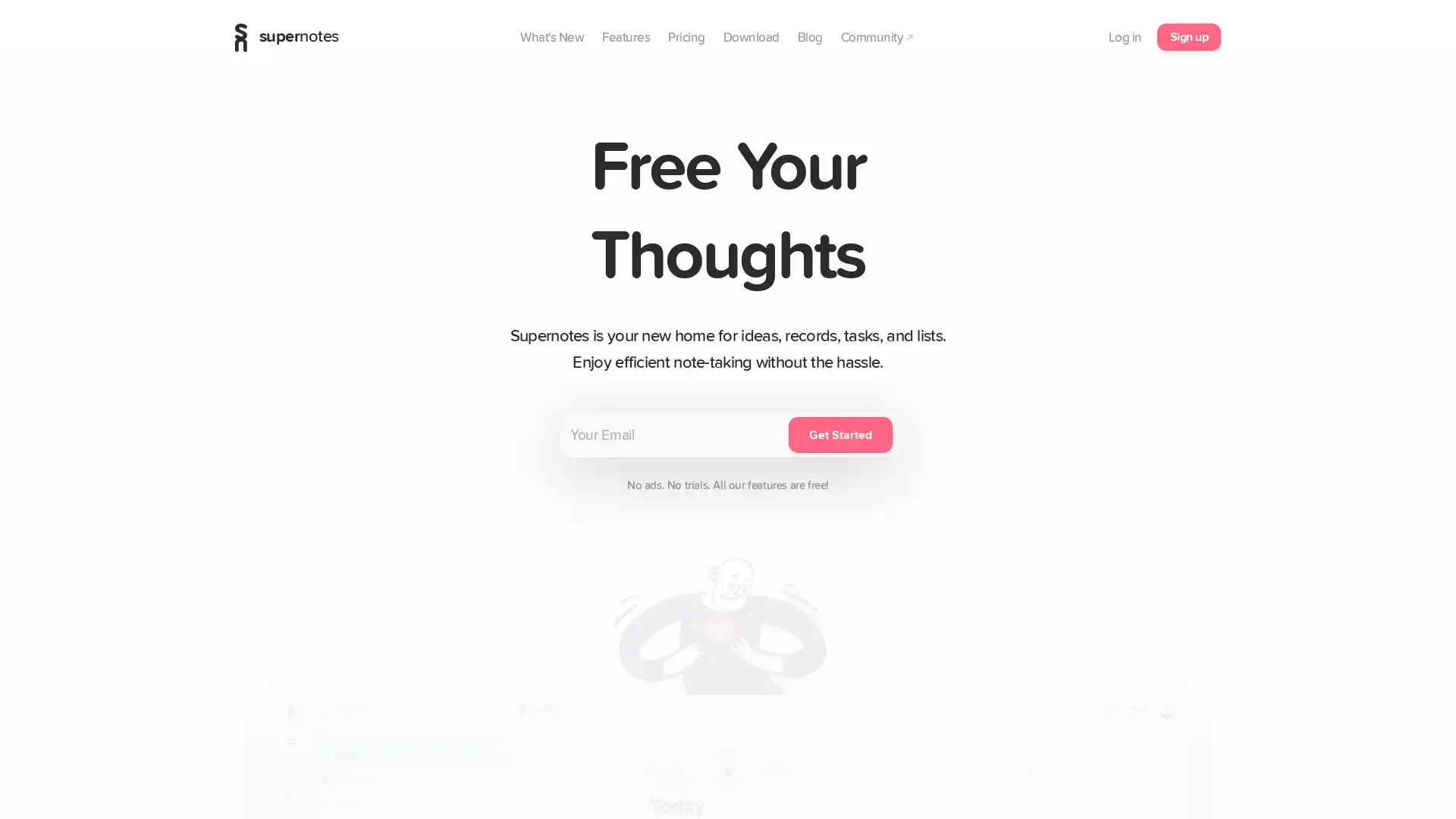 The image size is (1456, 819). I want to click on Get Started, so click(839, 435).